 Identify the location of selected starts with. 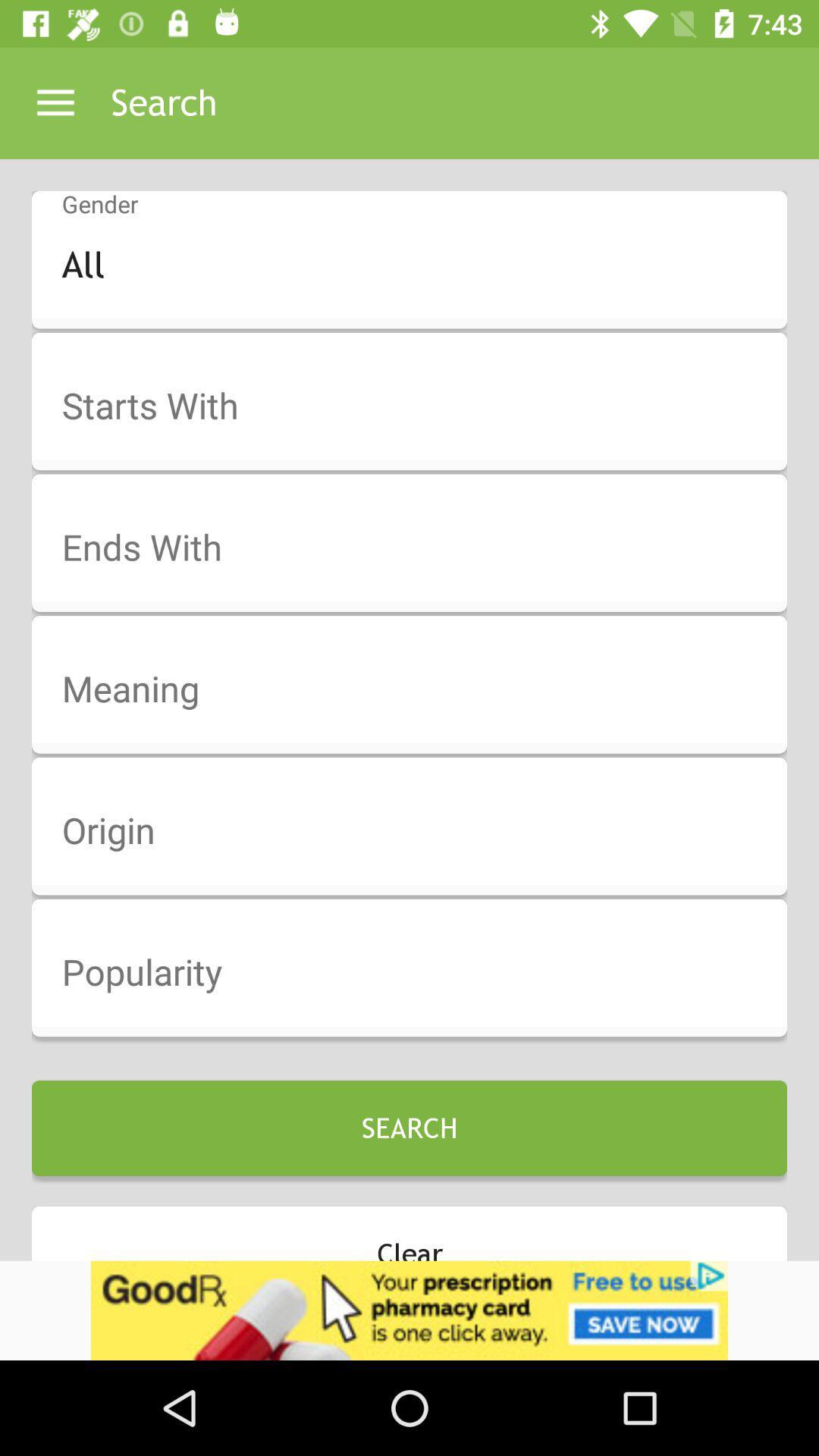
(419, 406).